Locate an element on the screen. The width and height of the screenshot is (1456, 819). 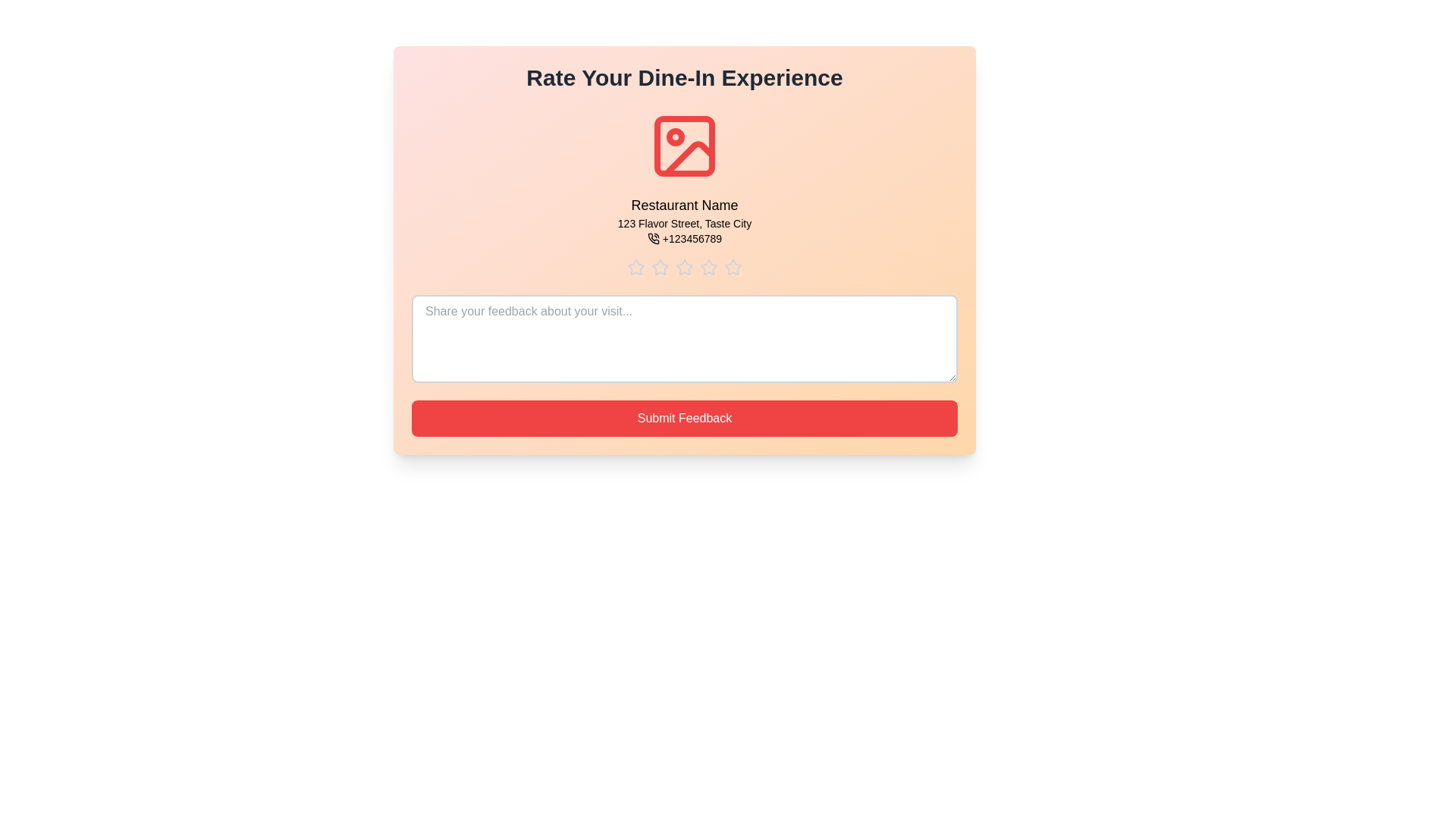
the star corresponding to 5 stars to preview the rating is located at coordinates (733, 267).